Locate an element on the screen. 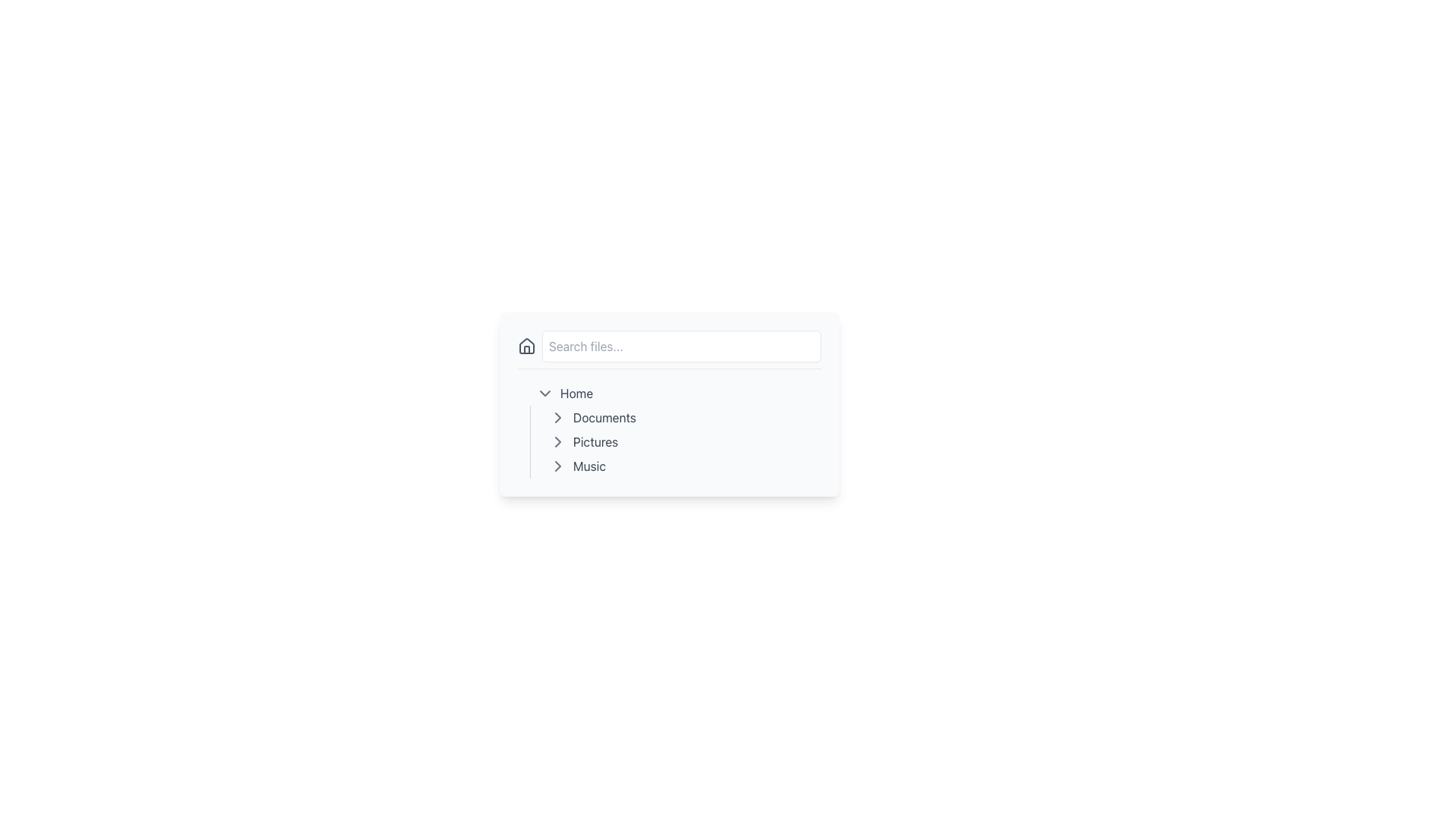  the right-pointing chevron icon in gray next to the 'Documents' text in the vertical menu is located at coordinates (557, 418).